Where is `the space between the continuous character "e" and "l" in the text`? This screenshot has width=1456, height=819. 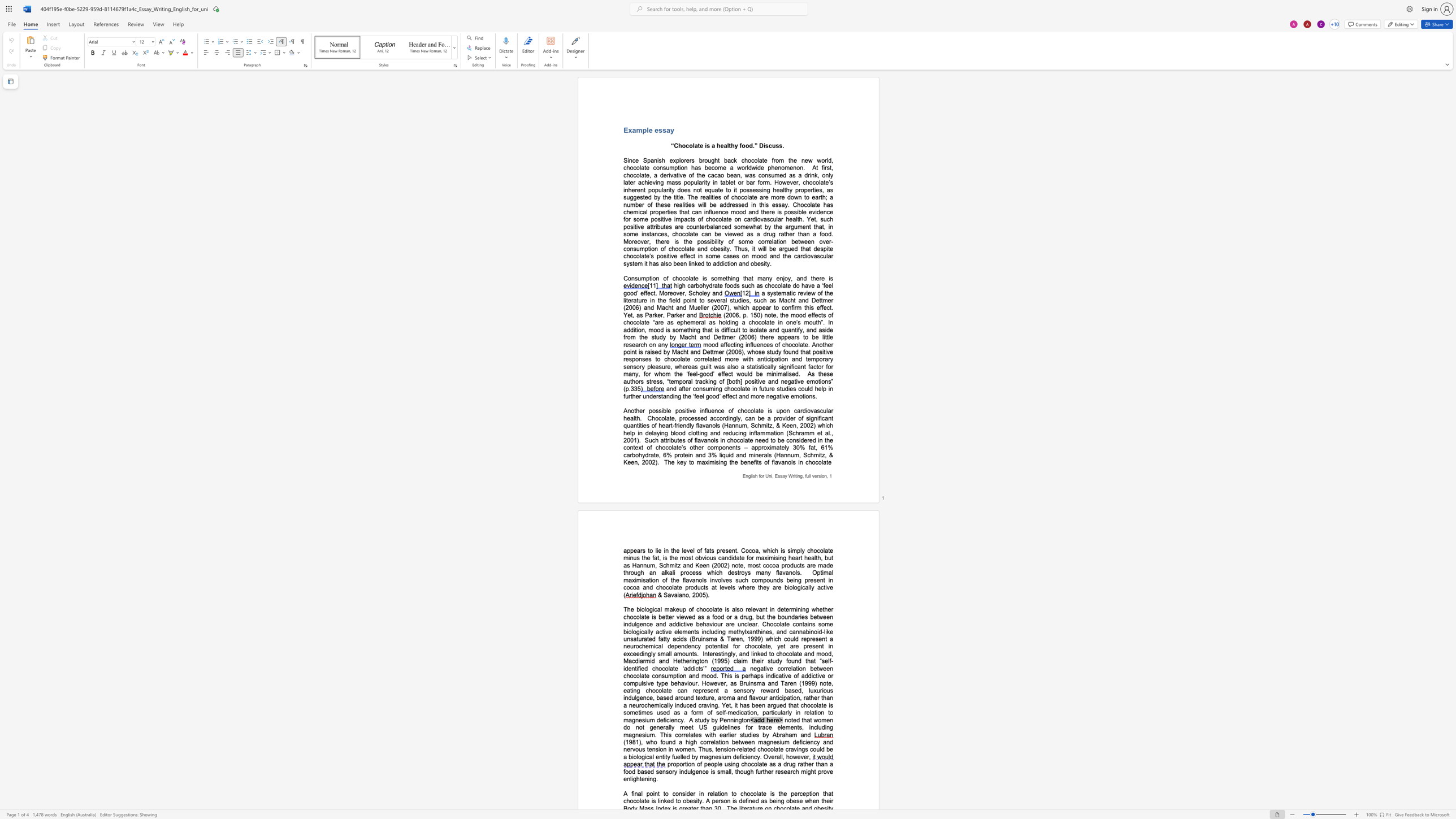 the space between the continuous character "e" and "l" in the text is located at coordinates (692, 551).